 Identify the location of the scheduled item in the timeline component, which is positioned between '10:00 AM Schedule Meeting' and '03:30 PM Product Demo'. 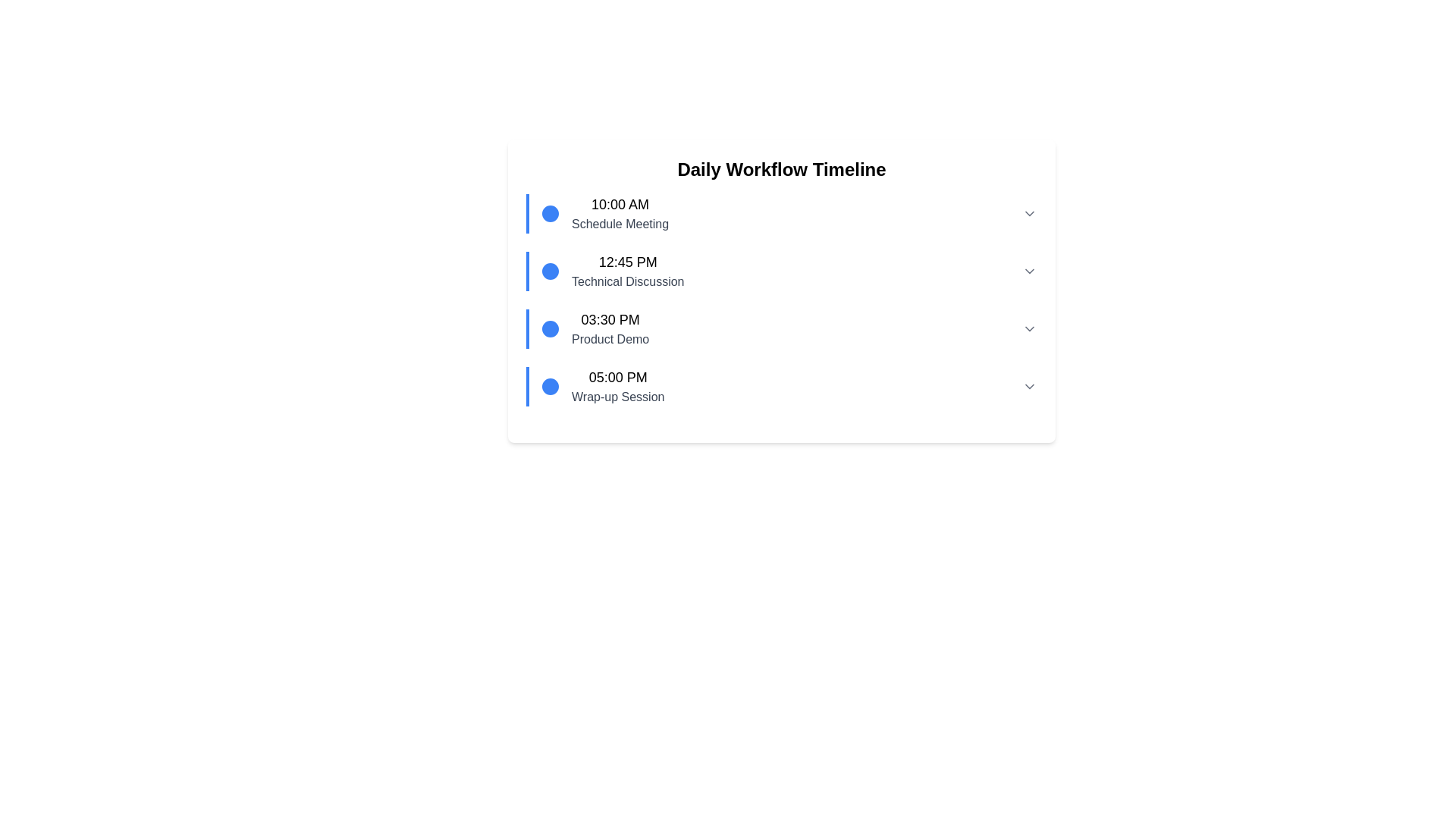
(613, 271).